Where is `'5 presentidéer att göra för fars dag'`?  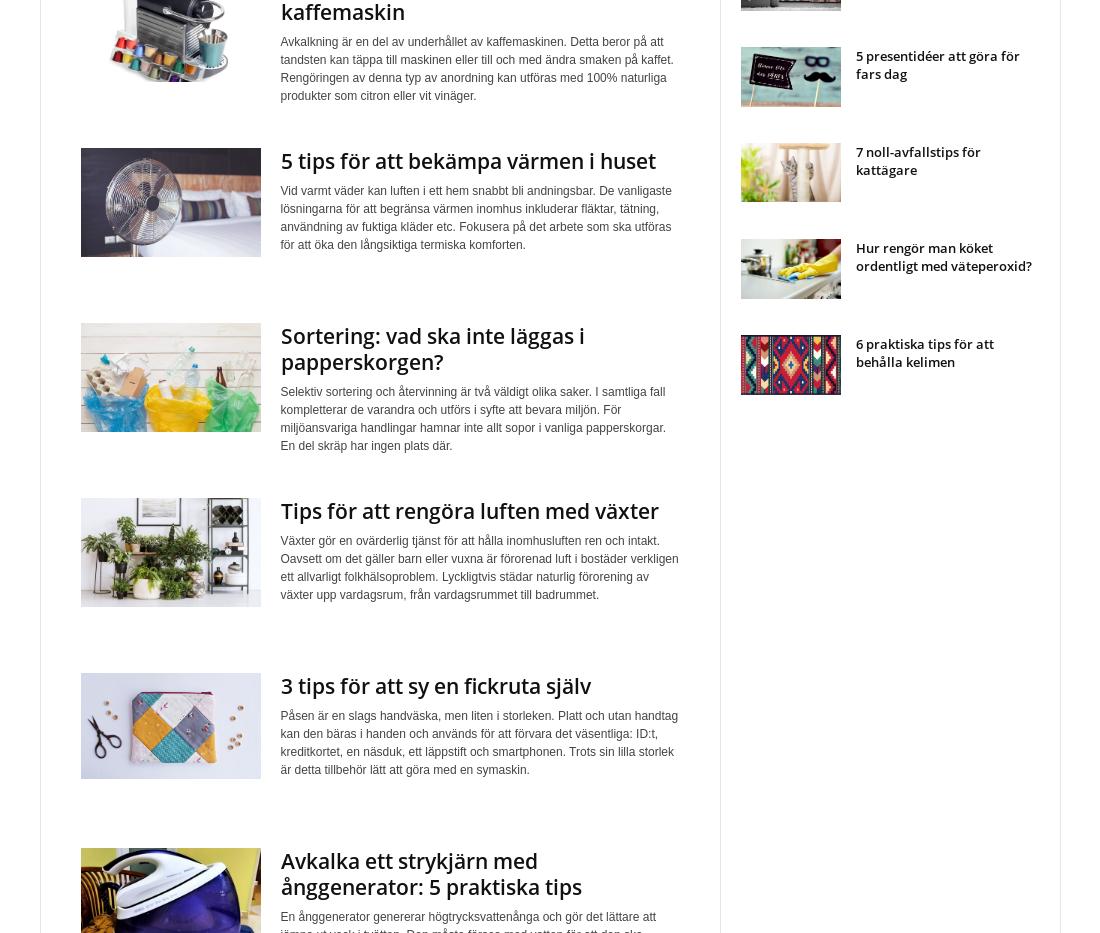 '5 presentidéer att göra för fars dag' is located at coordinates (936, 64).